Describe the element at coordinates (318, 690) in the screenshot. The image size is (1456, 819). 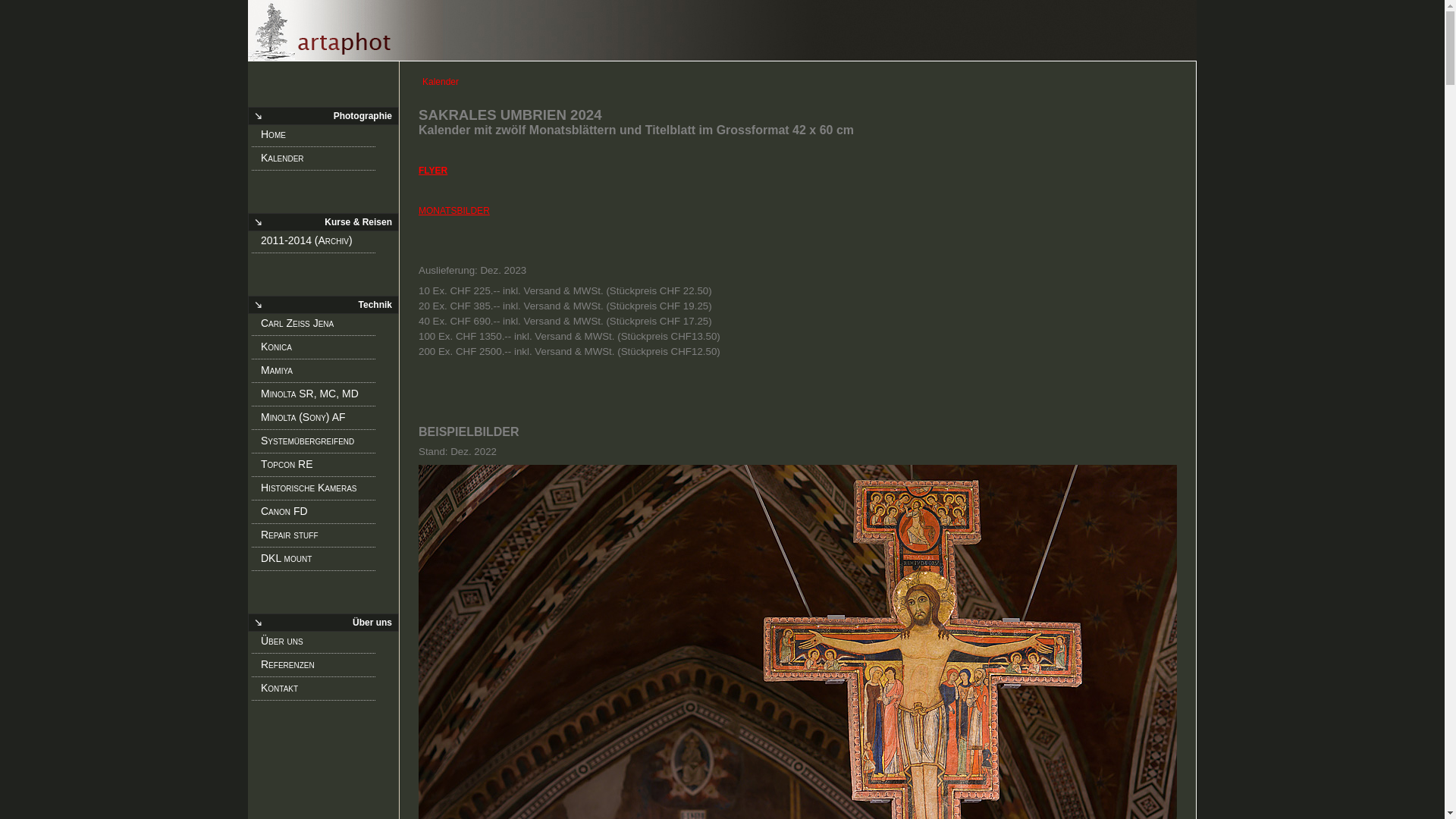
I see `'Kontakt'` at that location.